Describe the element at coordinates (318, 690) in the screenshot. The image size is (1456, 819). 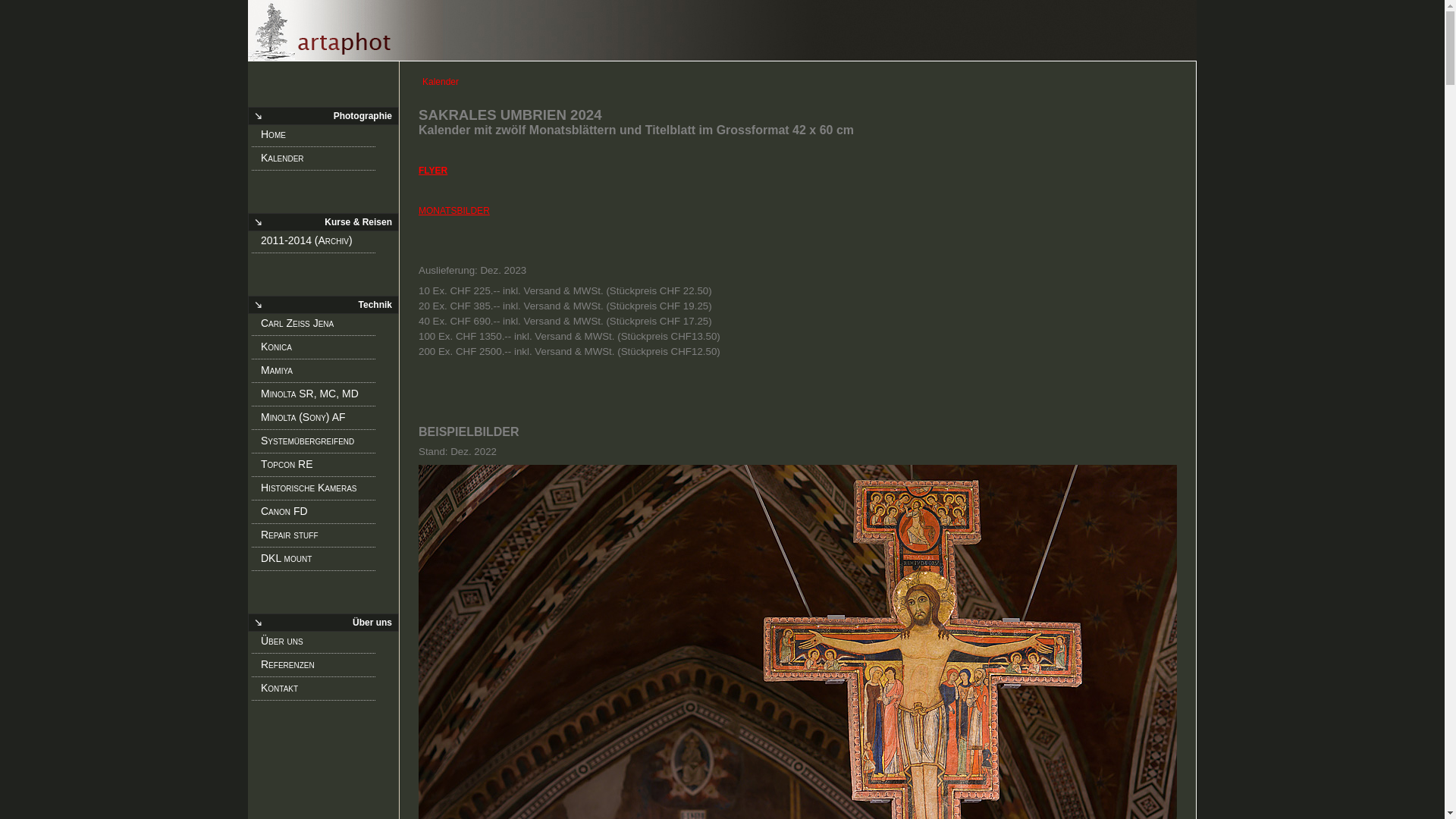
I see `'Kontakt'` at that location.